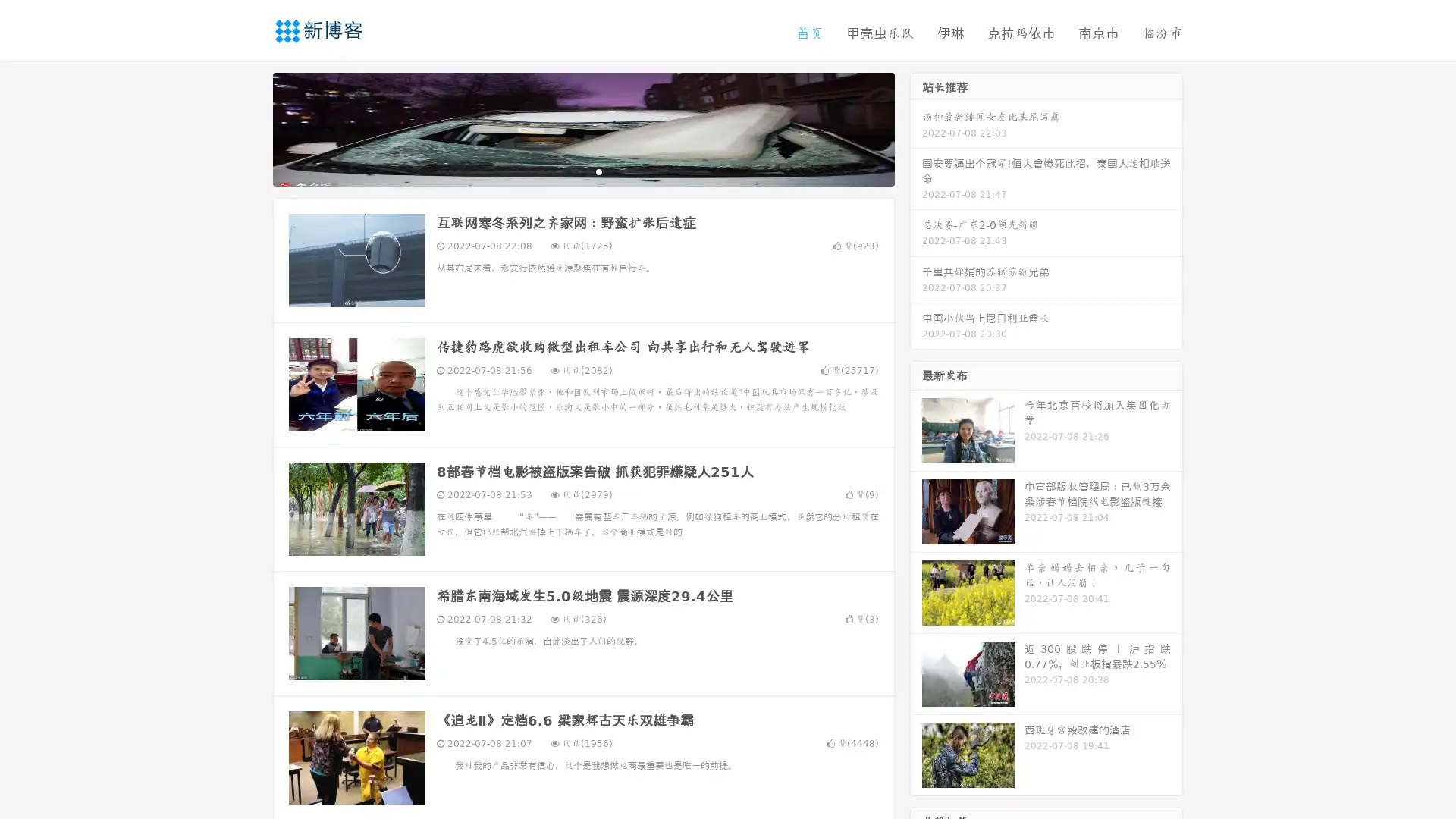 Image resolution: width=1456 pixels, height=819 pixels. I want to click on Next slide, so click(916, 127).